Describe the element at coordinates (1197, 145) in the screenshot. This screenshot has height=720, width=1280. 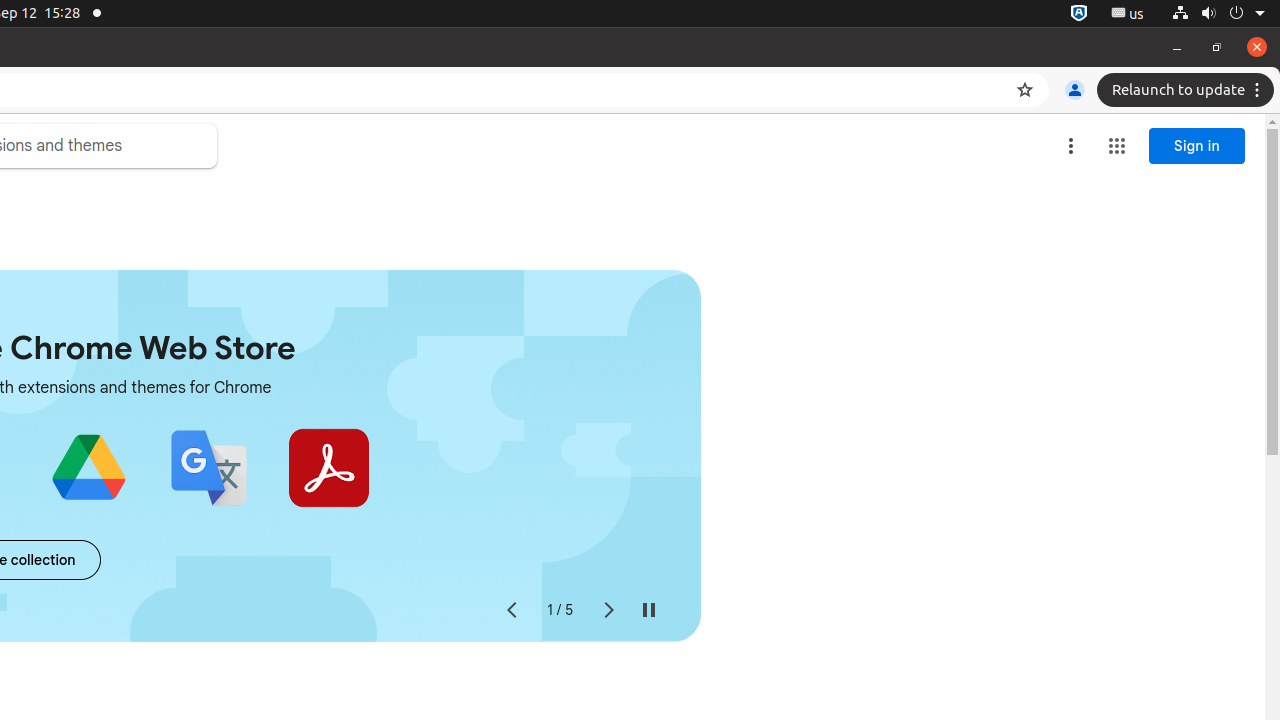
I see `'Sign in'` at that location.